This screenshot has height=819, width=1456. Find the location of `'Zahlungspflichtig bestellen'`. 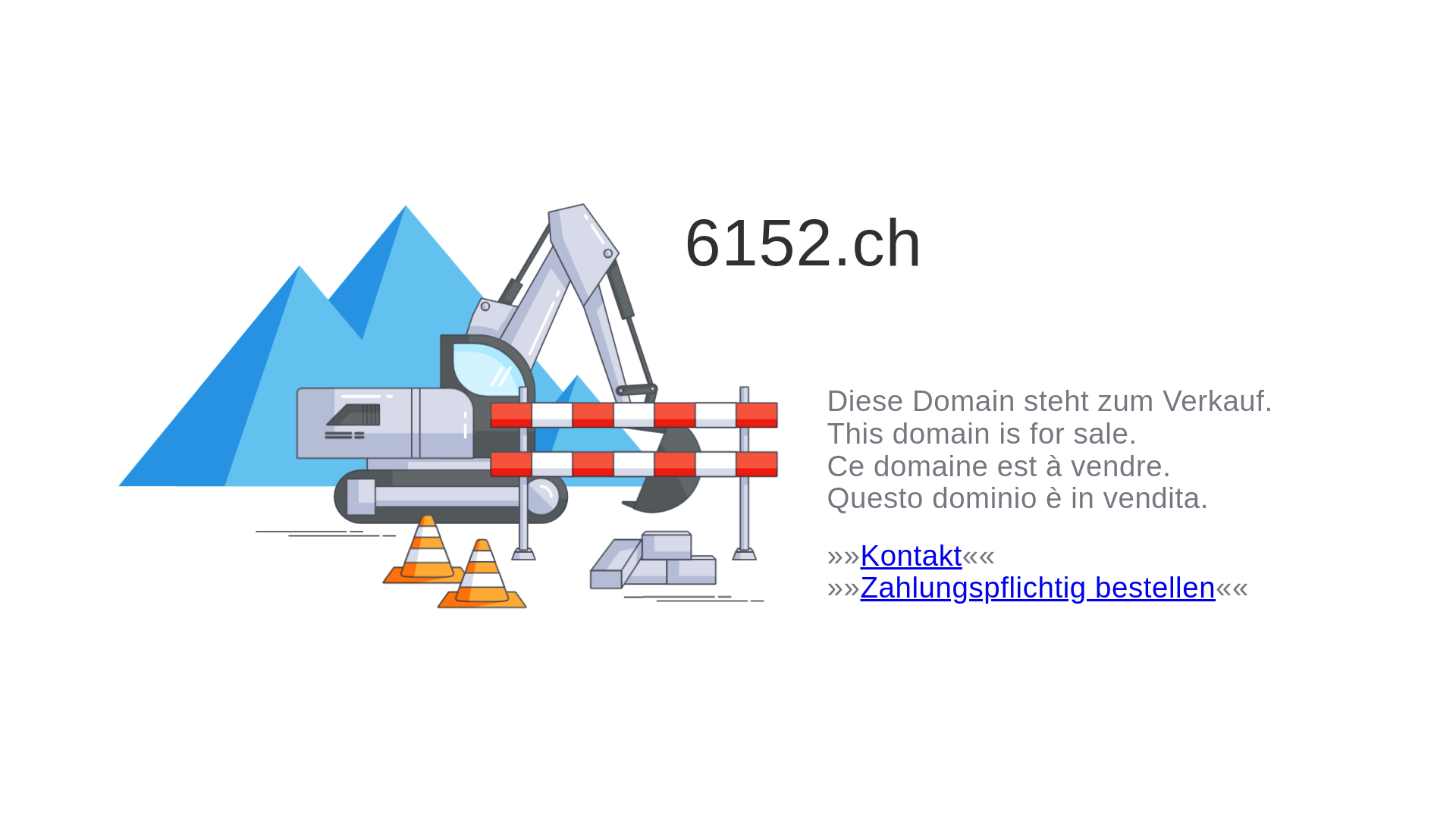

'Zahlungspflichtig bestellen' is located at coordinates (1037, 586).